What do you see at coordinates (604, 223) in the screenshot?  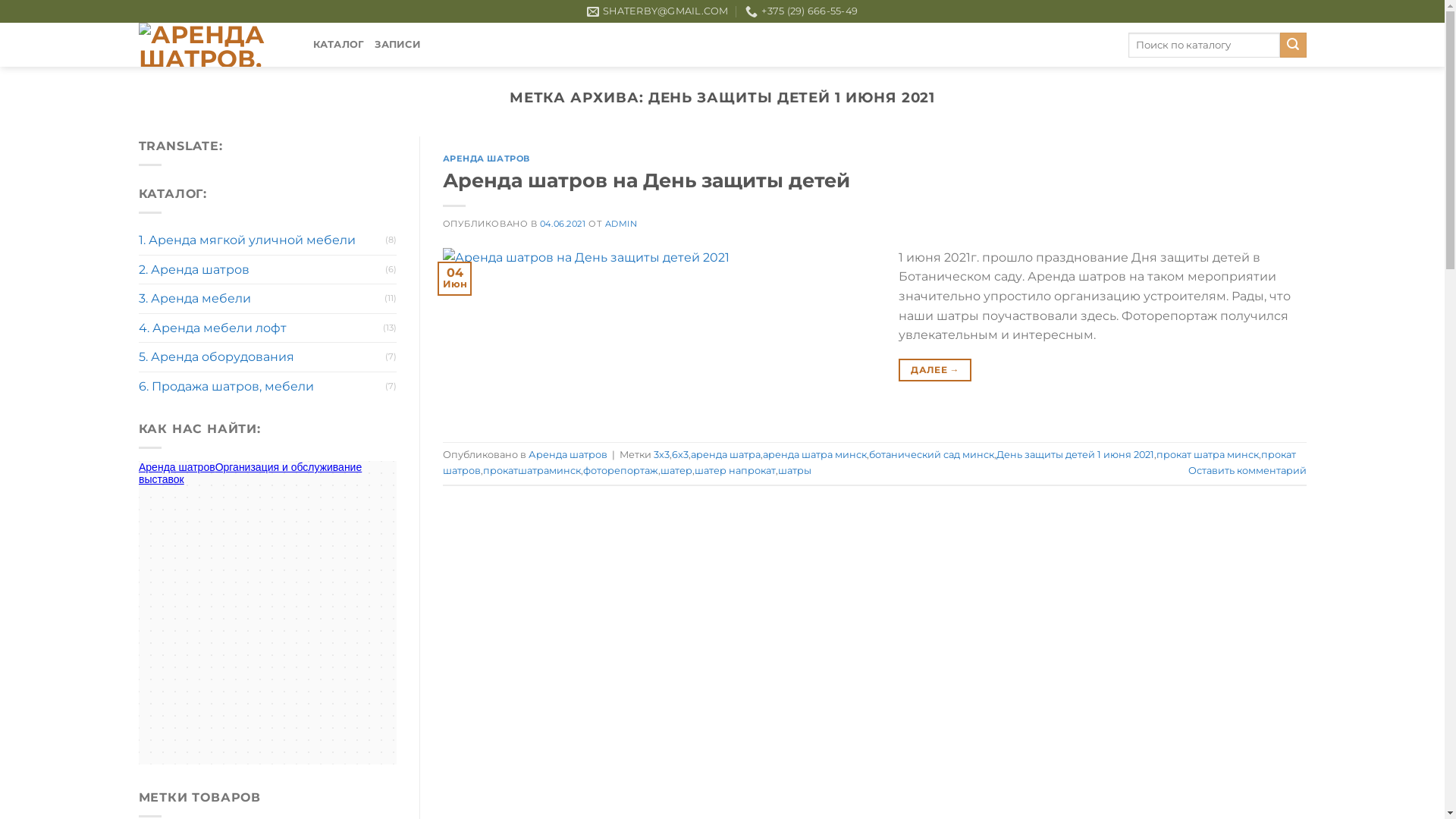 I see `'ADMIN'` at bounding box center [604, 223].